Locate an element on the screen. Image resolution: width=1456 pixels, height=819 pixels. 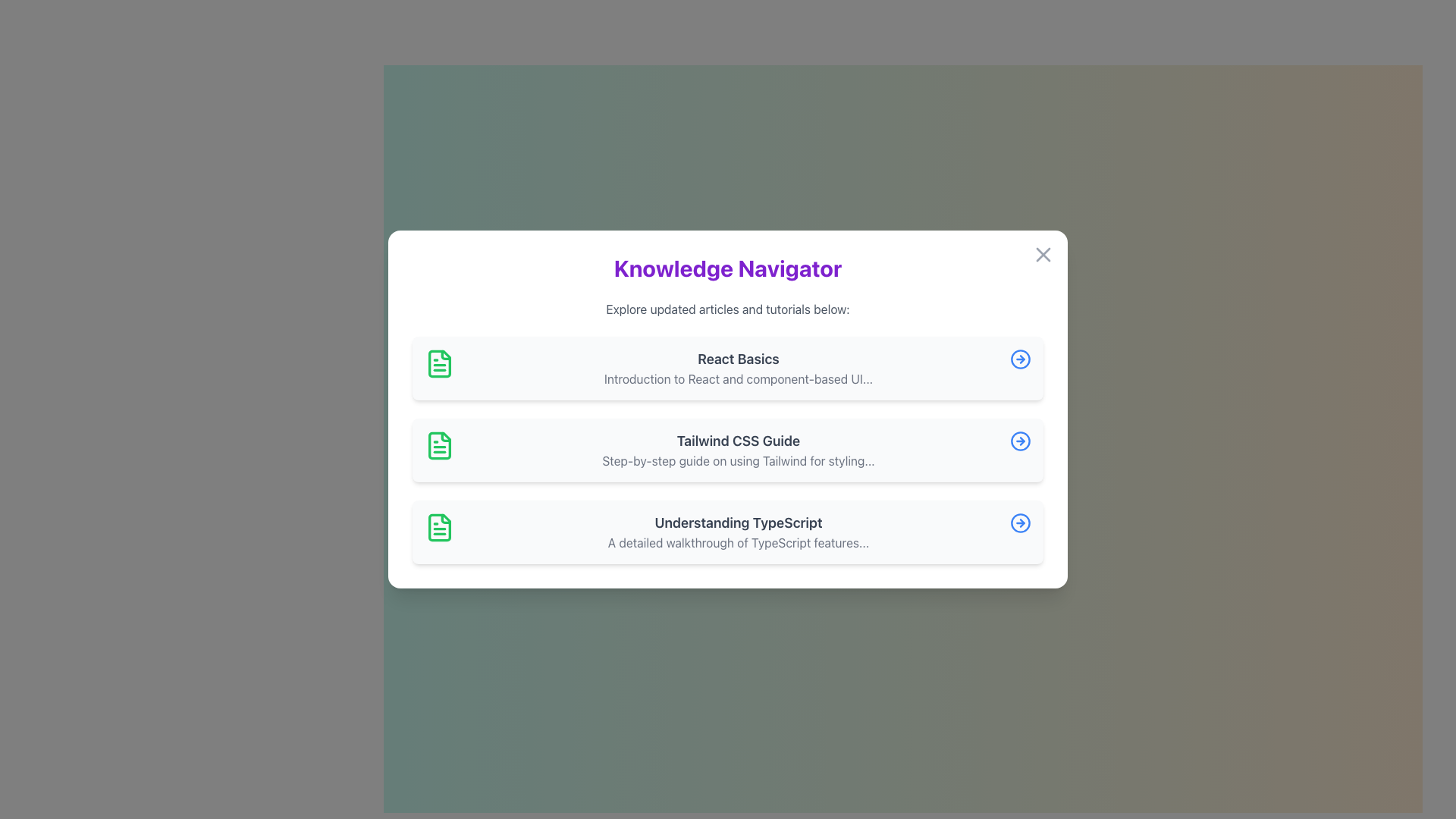
the text element that provides a summary related to the title 'React Basics', located directly below it in the layout is located at coordinates (739, 378).